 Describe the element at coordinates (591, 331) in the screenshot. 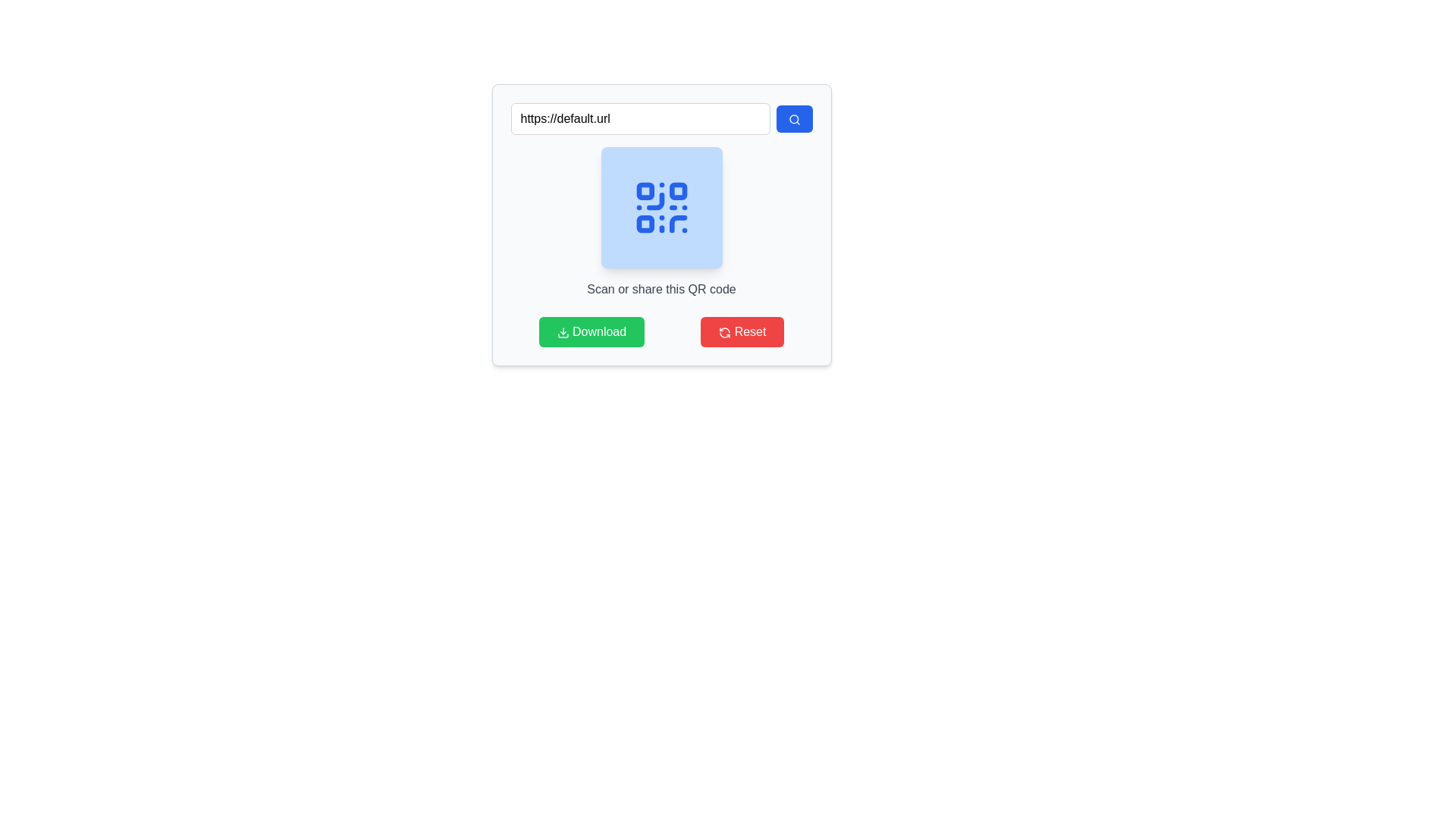

I see `the green 'Download' button with white text and a downward arrow icon to initiate the download` at that location.